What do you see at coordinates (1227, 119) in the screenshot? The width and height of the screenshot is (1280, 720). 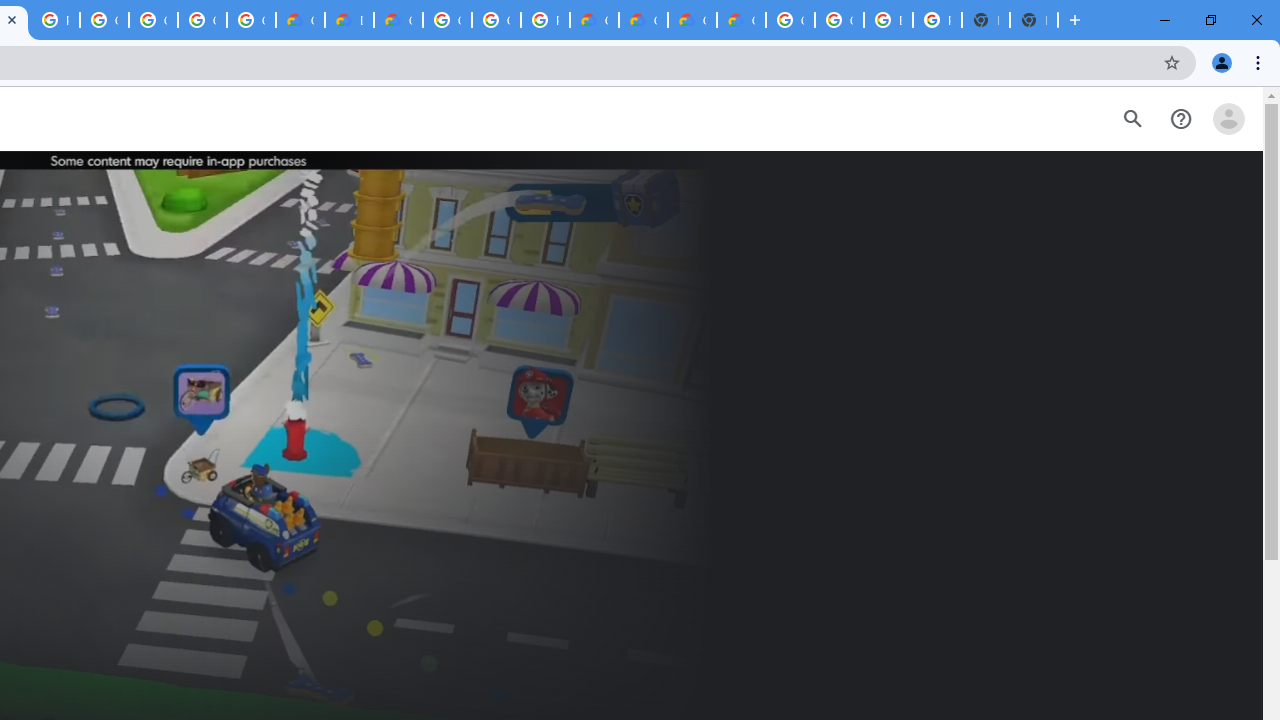 I see `'Open account menu'` at bounding box center [1227, 119].